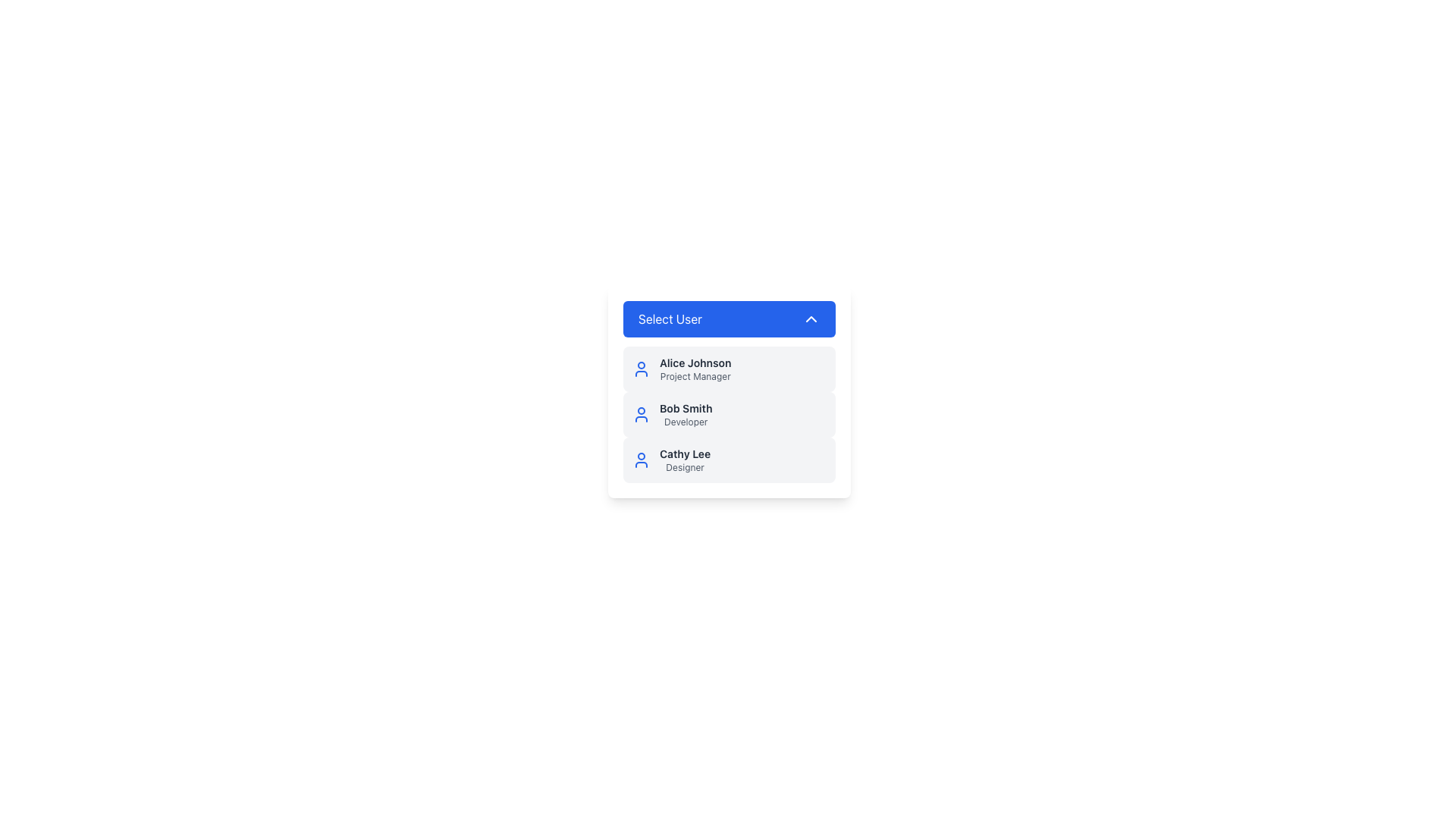 The width and height of the screenshot is (1456, 819). I want to click on the third list item in the 'Select User' dropdown, which features an avatar, the name 'Cathy Lee' in bold, and the subtitle 'Designer', so click(729, 459).